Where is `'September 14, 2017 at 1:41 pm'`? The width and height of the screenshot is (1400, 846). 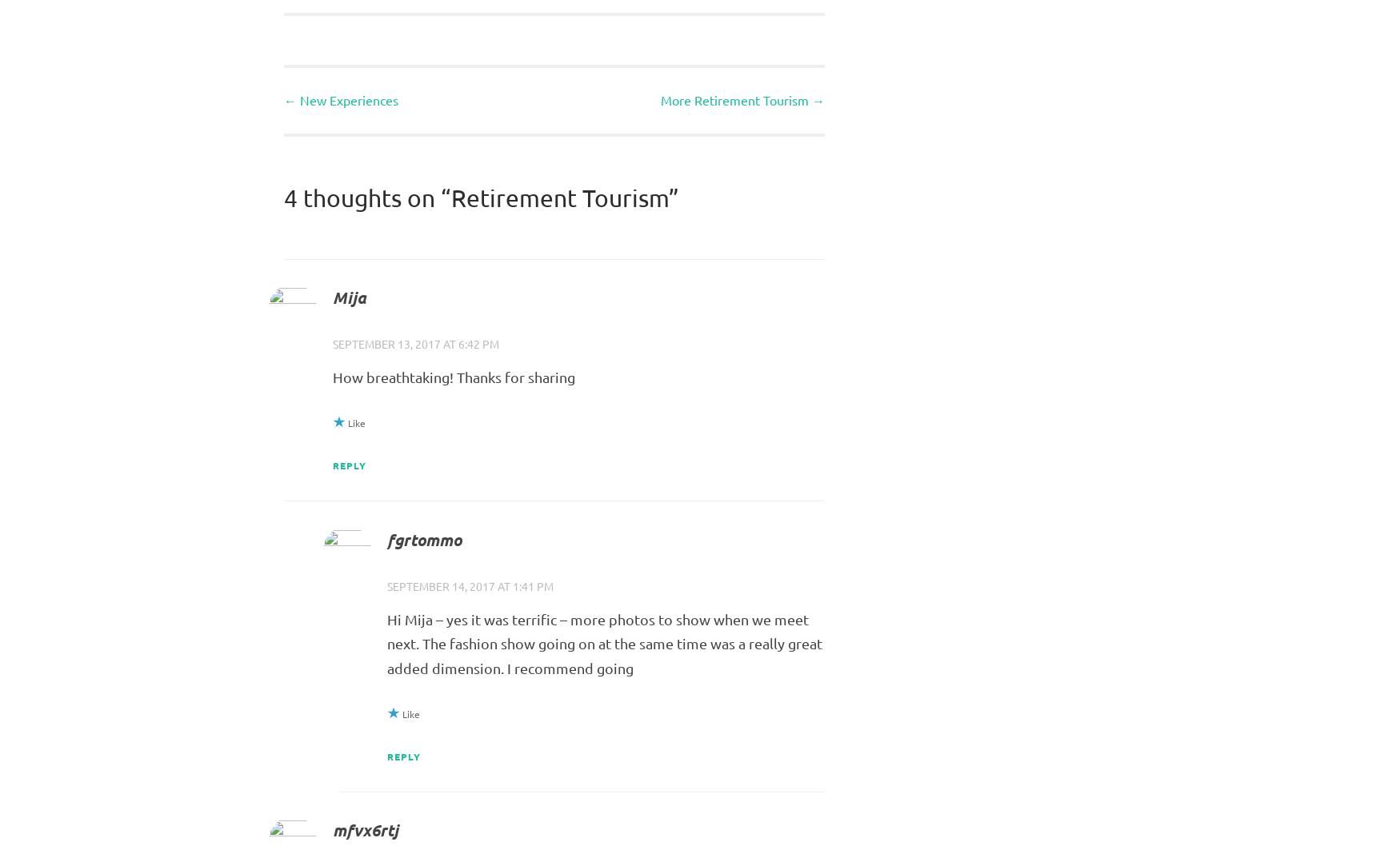
'September 14, 2017 at 1:41 pm' is located at coordinates (469, 585).